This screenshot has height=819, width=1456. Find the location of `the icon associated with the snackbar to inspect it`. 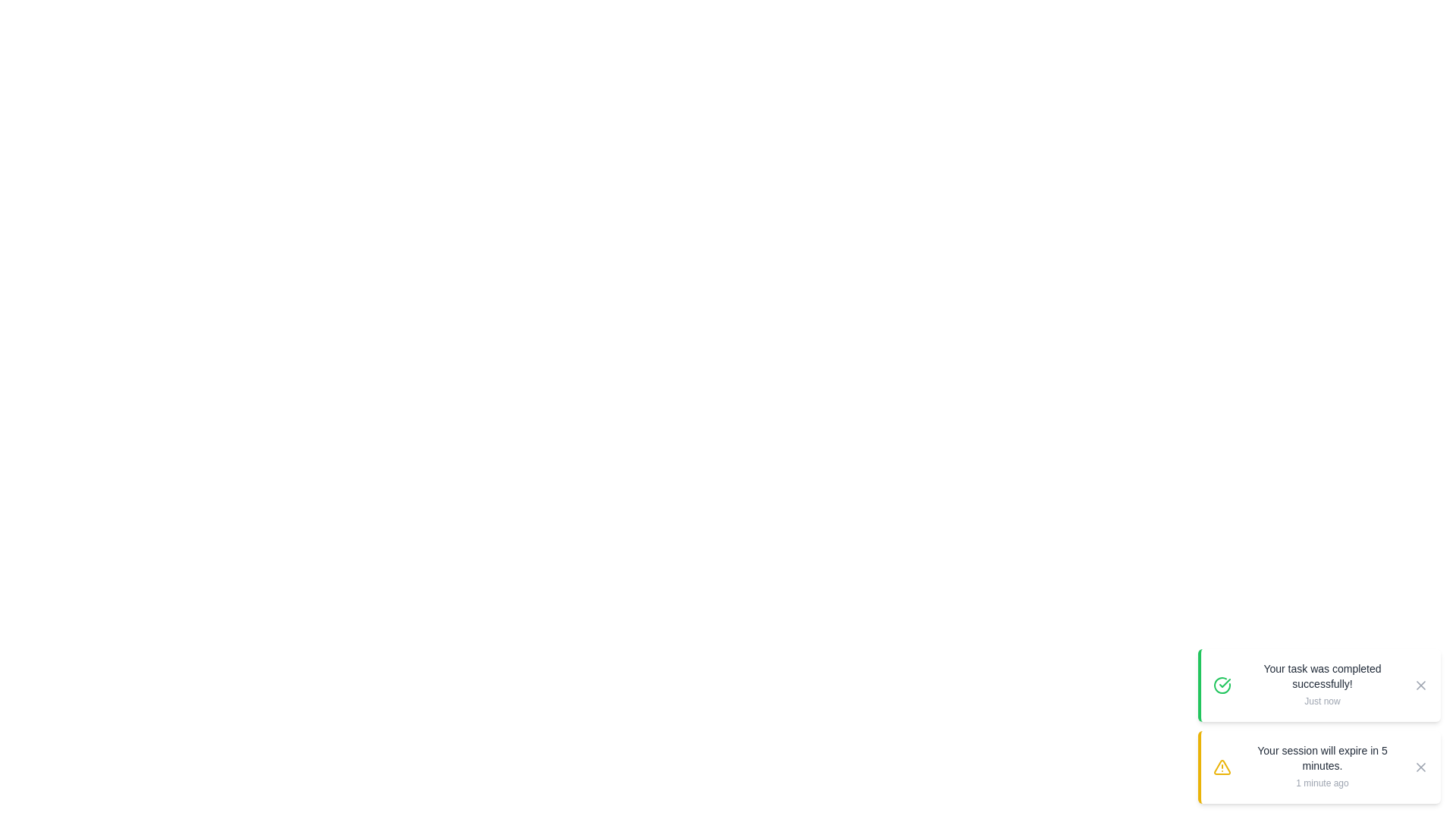

the icon associated with the snackbar to inspect it is located at coordinates (1222, 685).